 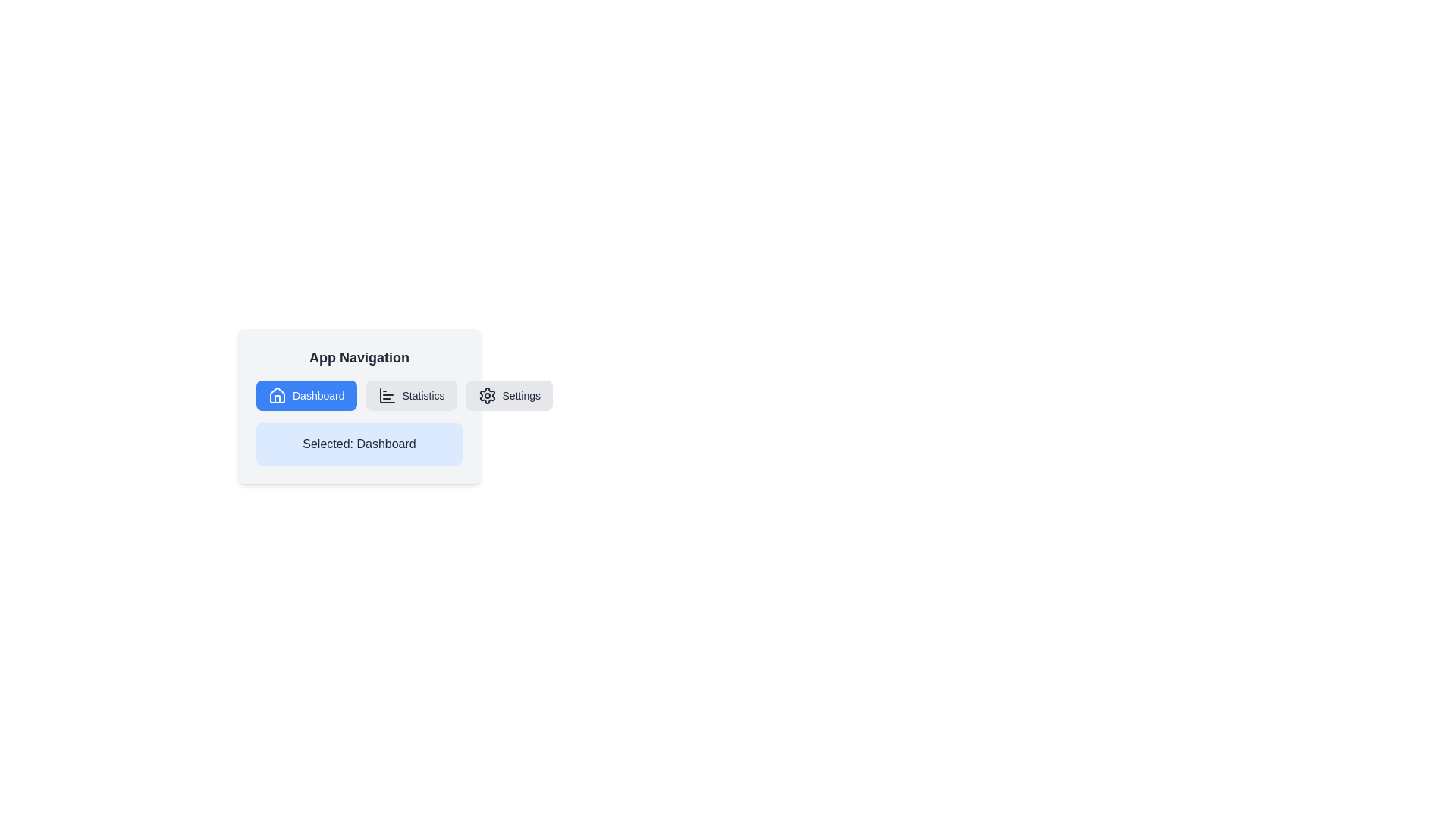 I want to click on the gear icon located in the top right section of the navigation bar, so click(x=487, y=394).